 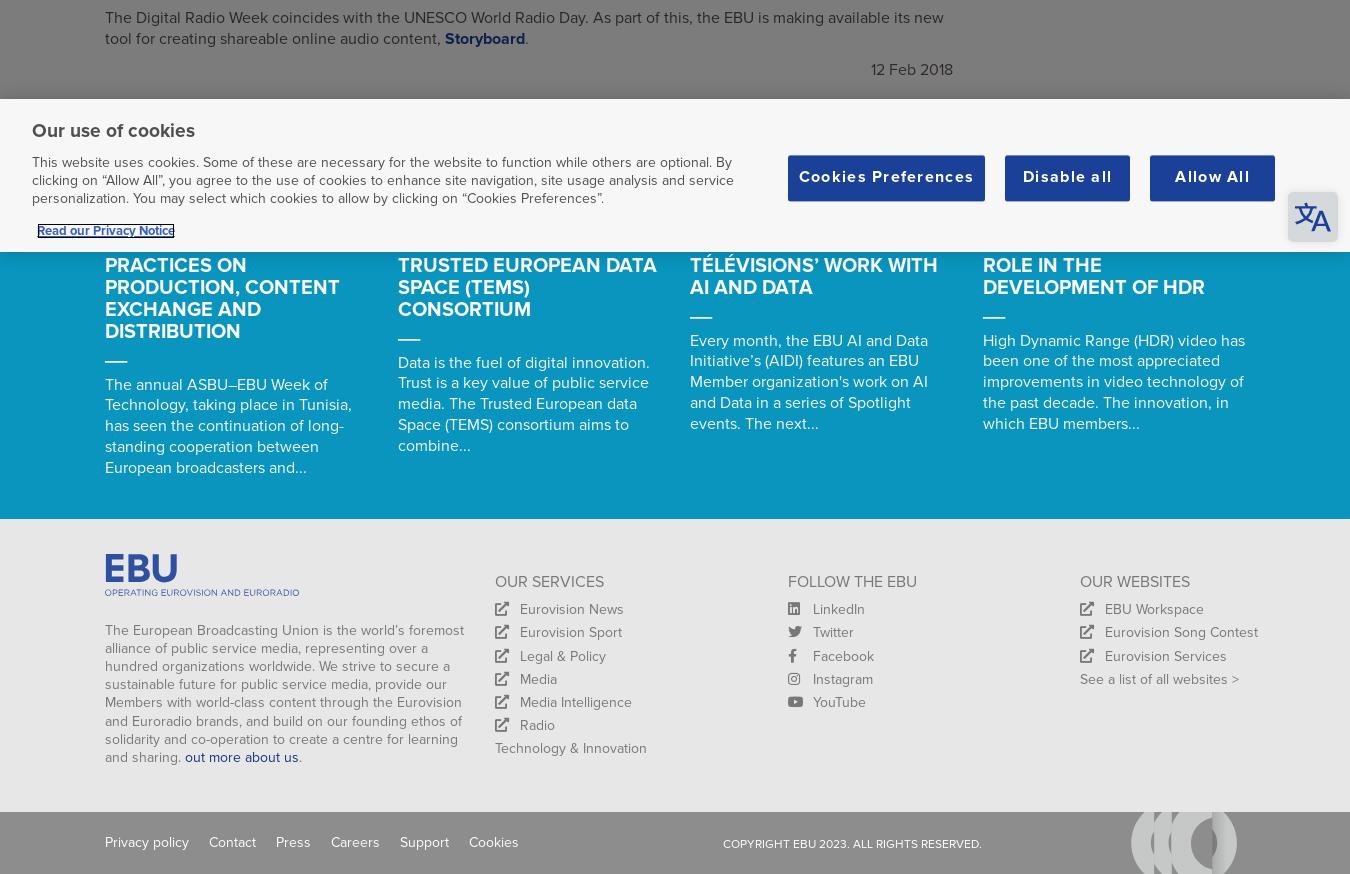 I want to click on 'Press', so click(x=292, y=842).